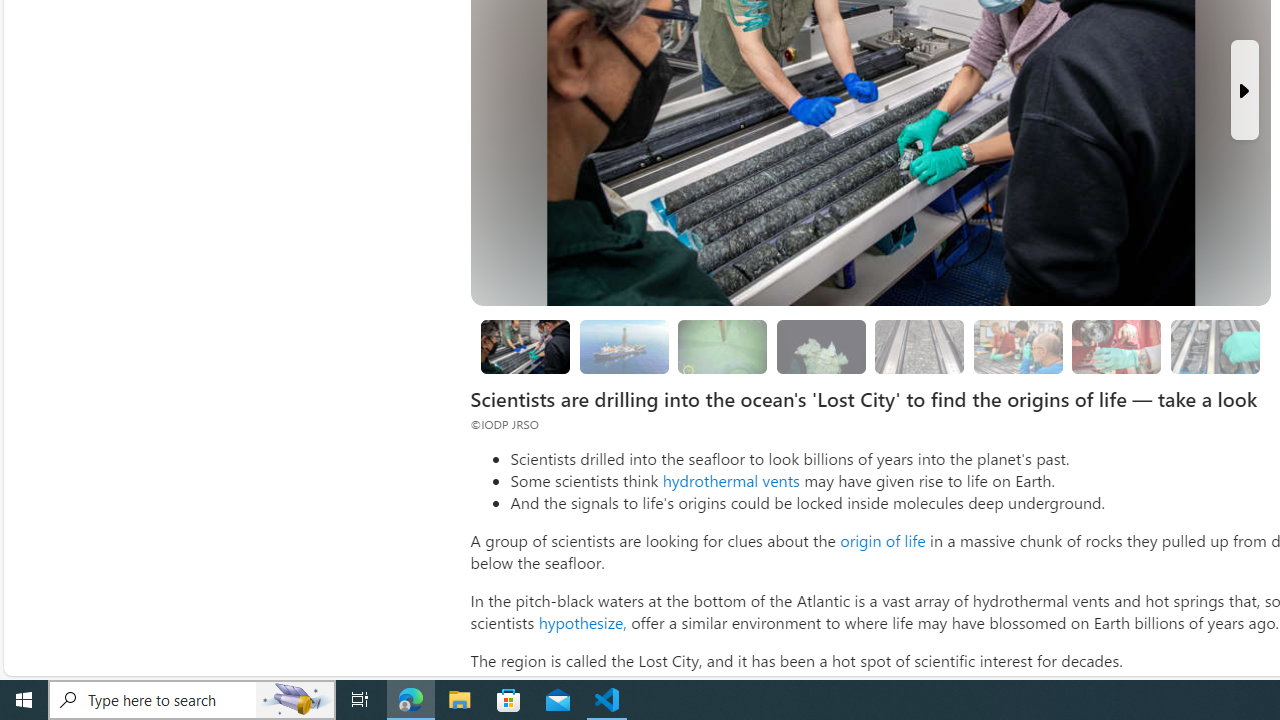  Describe the element at coordinates (821, 345) in the screenshot. I see `'The Lost City could hold clues to the origin of life.'` at that location.